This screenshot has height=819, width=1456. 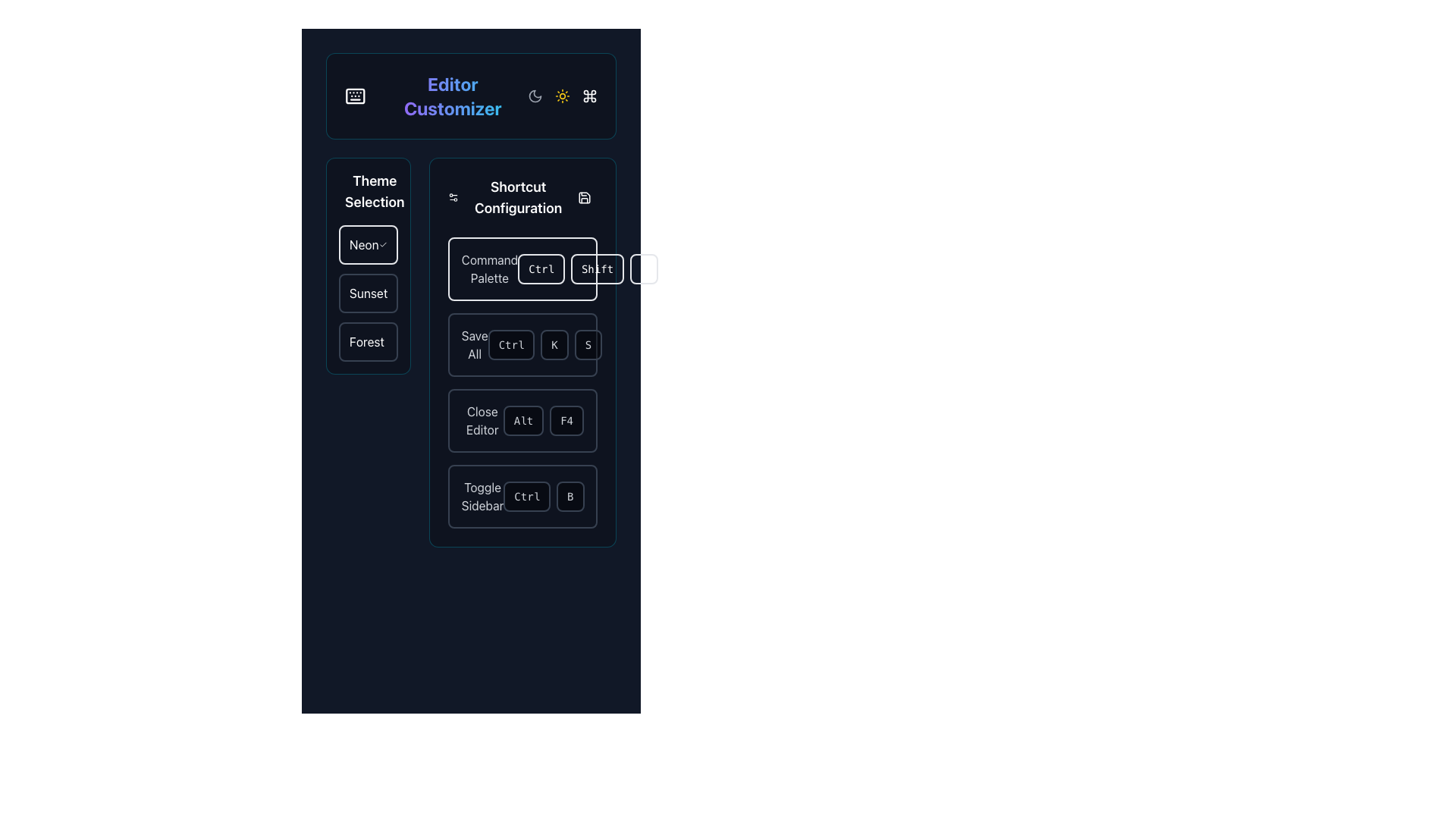 What do you see at coordinates (584, 197) in the screenshot?
I see `the cyan rectangular icon with rounded edges located at the top right corner of the 'Shortcut Configuration' section` at bounding box center [584, 197].